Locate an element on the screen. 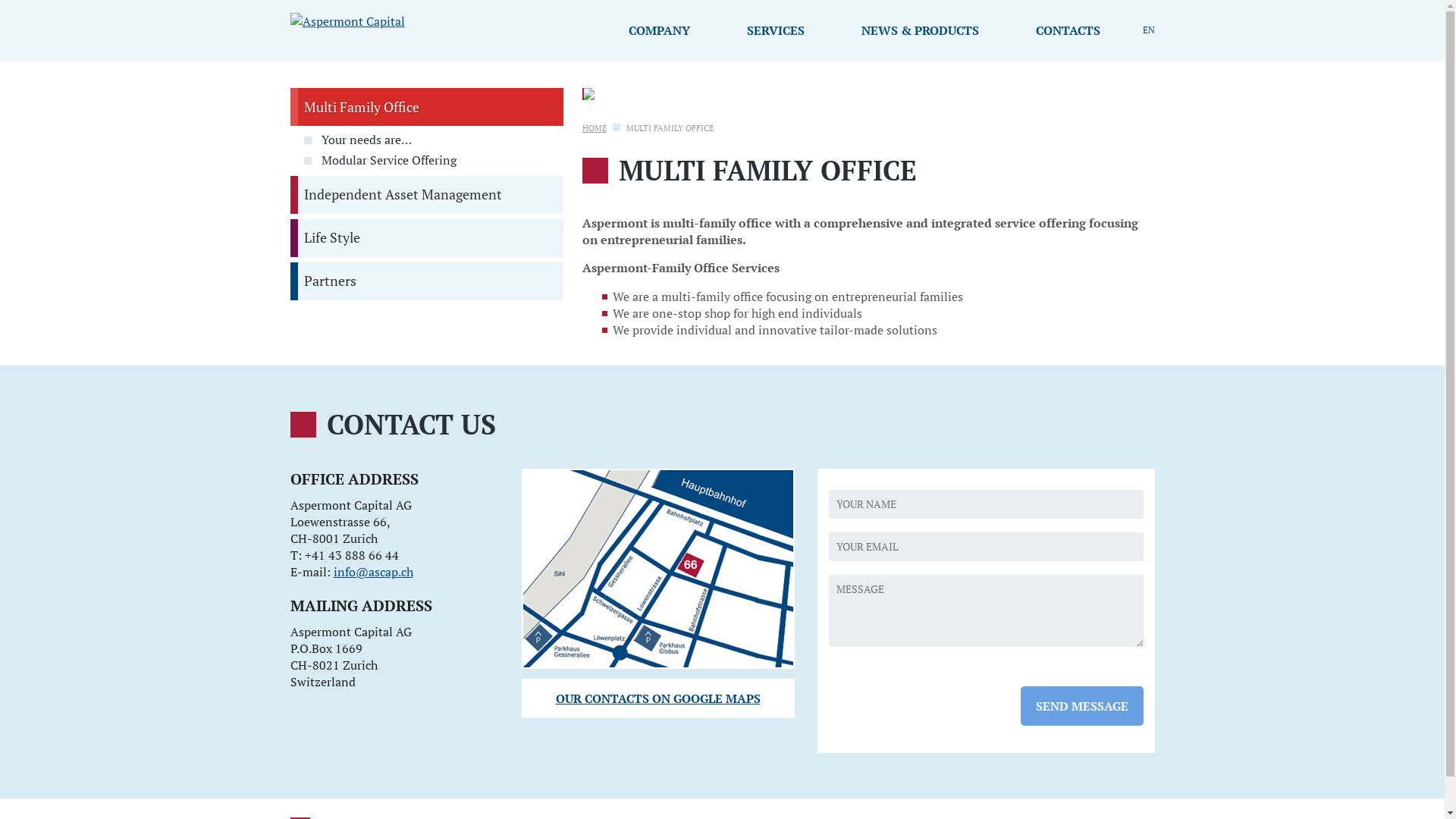  'HOME' is located at coordinates (593, 127).